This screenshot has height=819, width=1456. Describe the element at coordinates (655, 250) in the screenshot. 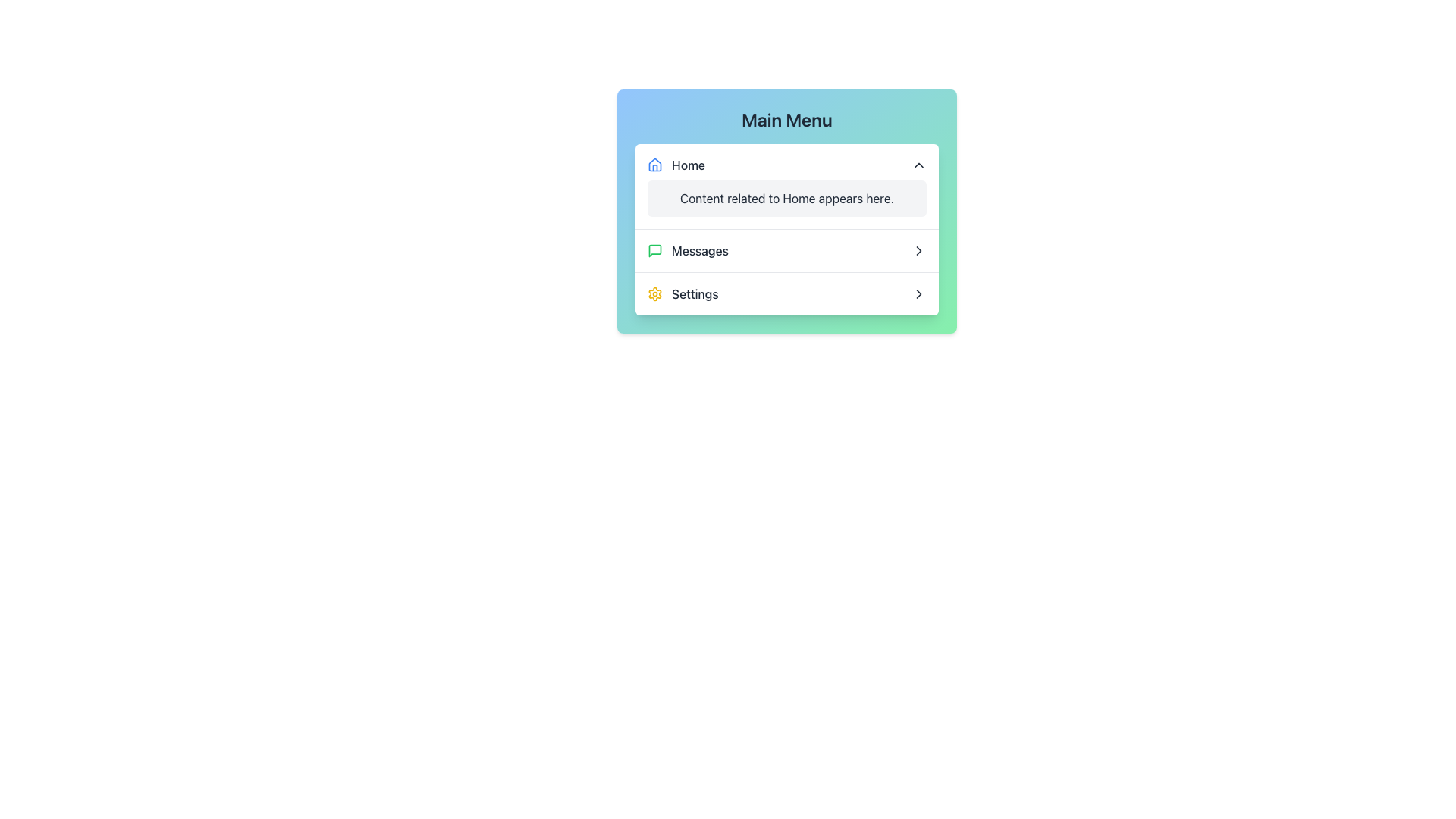

I see `the 'Messages' icon located in the green and white menu card, which is the second icon in the vertical list under the 'Main Menu' group` at that location.